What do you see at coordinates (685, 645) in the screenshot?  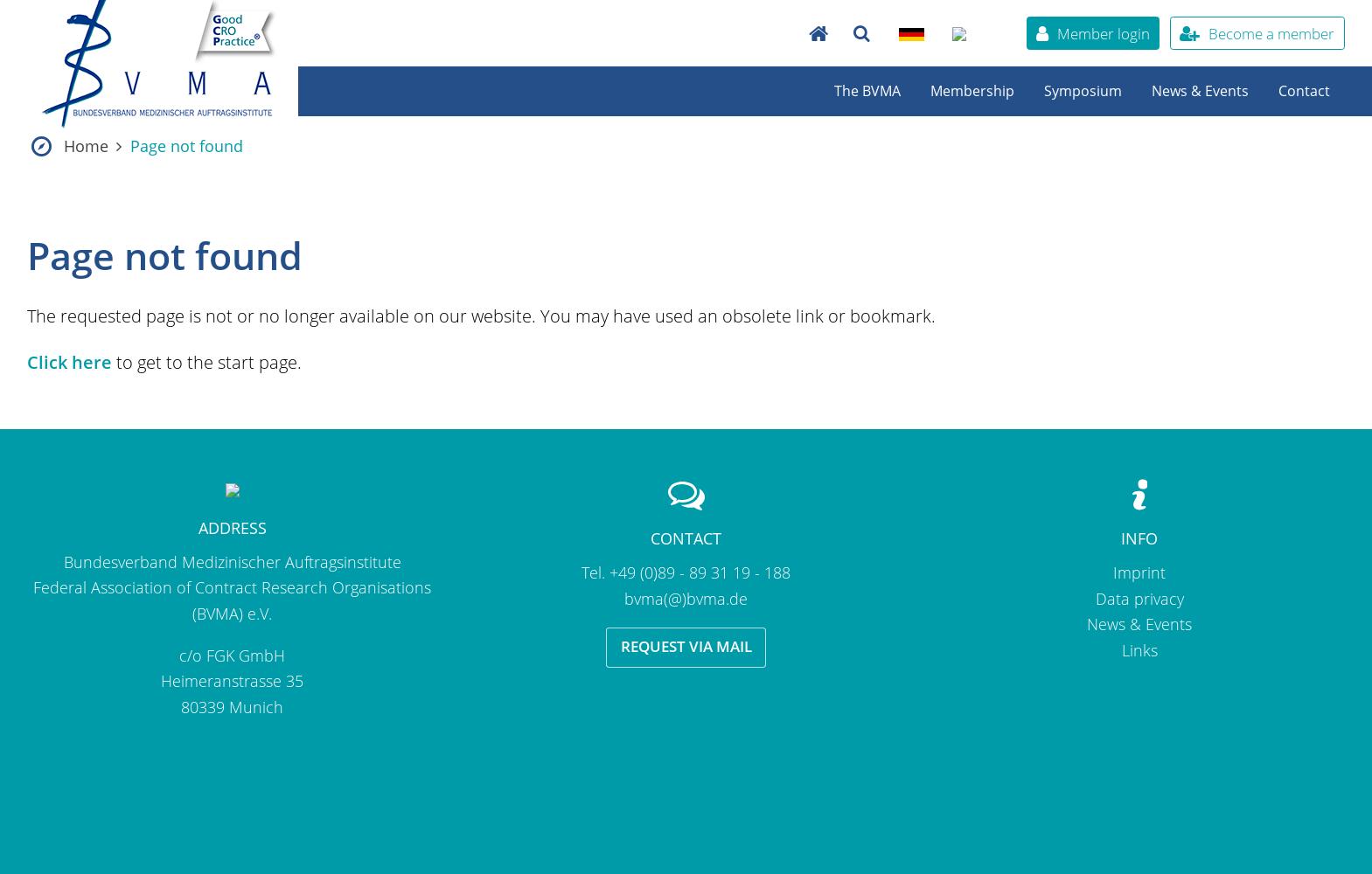 I see `'Request via mail'` at bounding box center [685, 645].